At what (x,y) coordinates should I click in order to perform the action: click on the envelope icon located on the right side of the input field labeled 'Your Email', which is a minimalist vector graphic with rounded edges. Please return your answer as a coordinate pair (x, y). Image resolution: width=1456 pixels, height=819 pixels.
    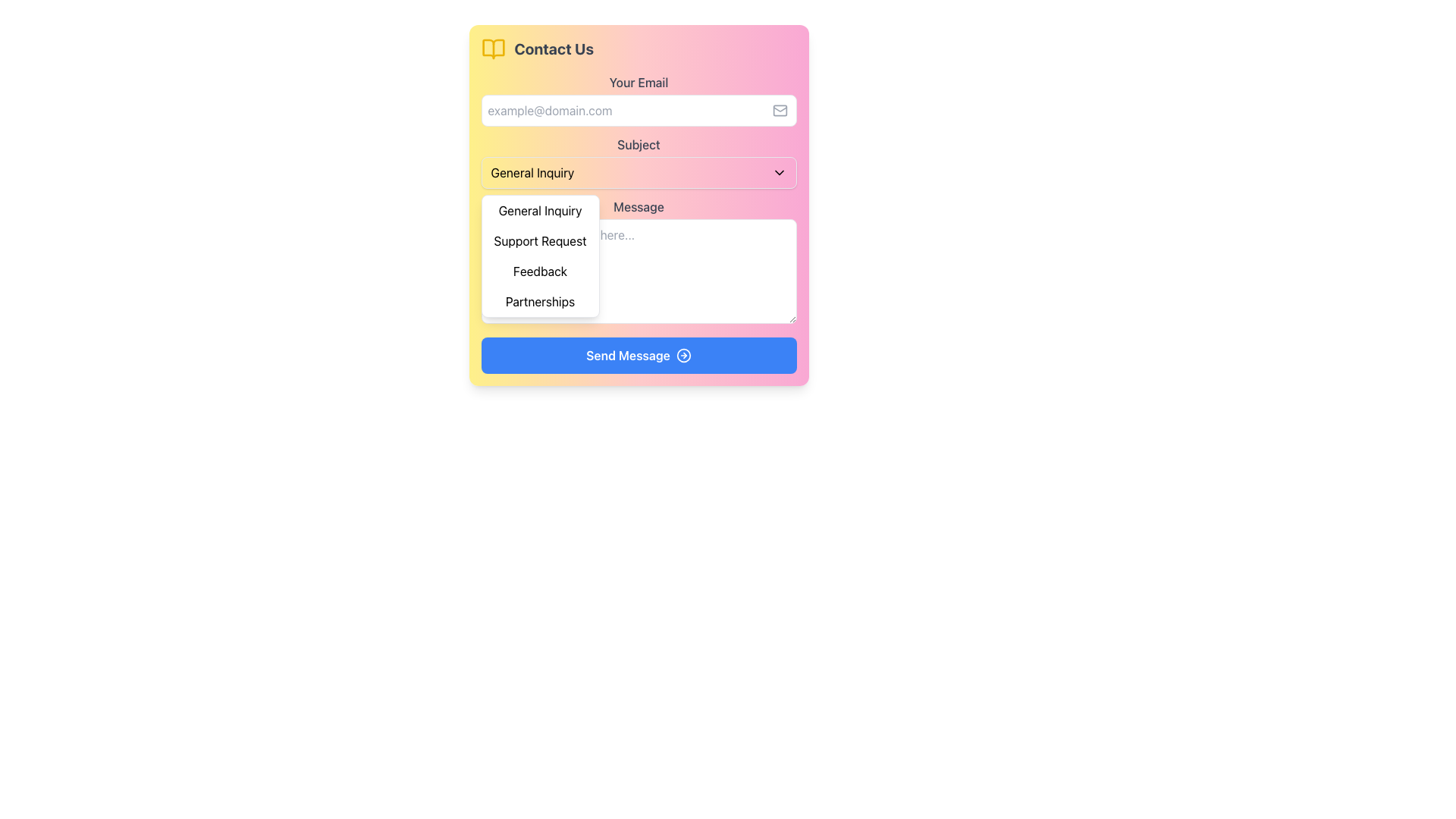
    Looking at the image, I should click on (780, 110).